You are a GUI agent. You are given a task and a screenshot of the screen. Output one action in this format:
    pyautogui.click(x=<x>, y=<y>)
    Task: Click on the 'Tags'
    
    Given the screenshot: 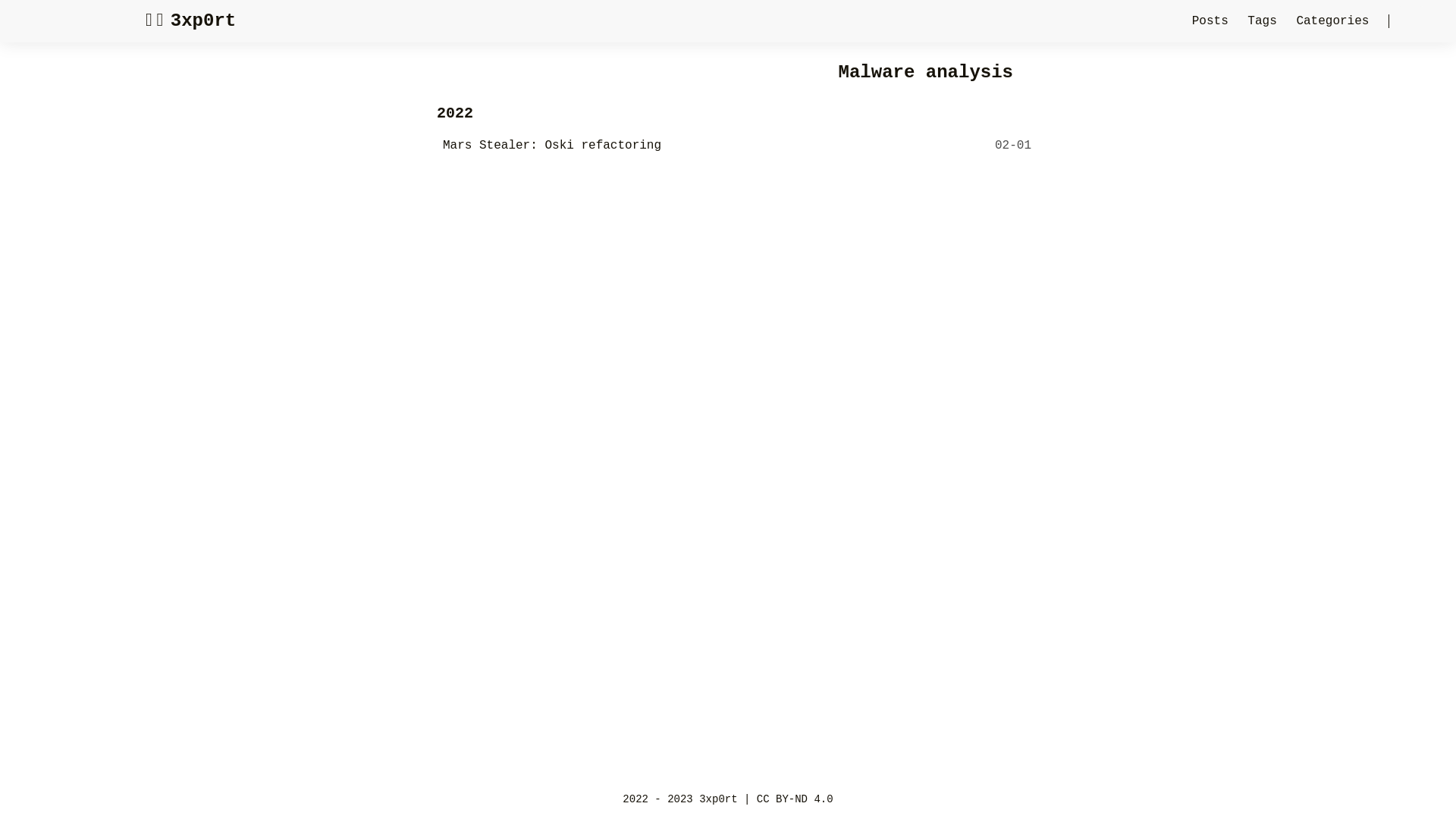 What is the action you would take?
    pyautogui.click(x=1266, y=20)
    